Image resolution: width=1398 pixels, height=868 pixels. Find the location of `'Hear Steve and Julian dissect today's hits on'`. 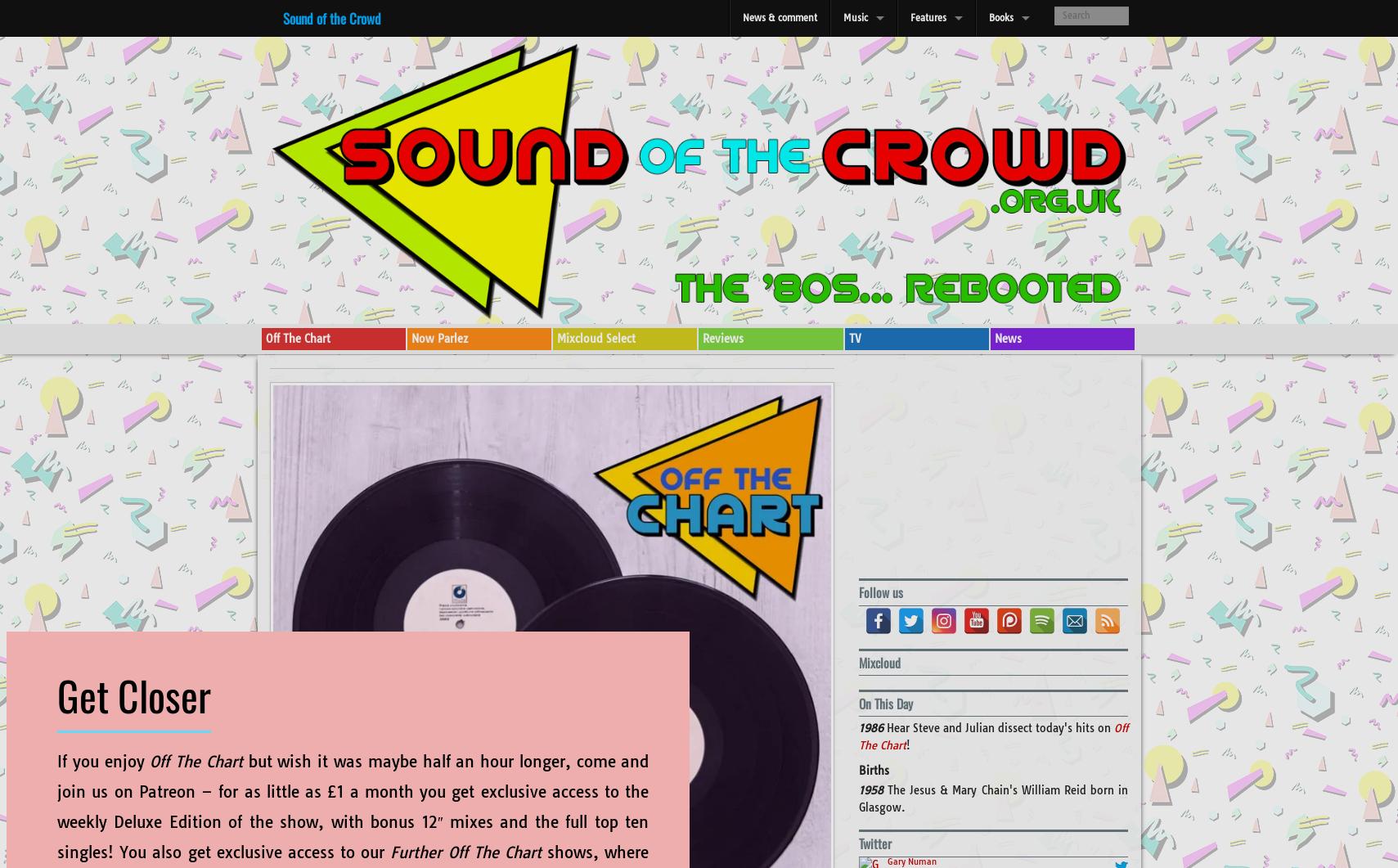

'Hear Steve and Julian dissect today's hits on' is located at coordinates (1000, 726).